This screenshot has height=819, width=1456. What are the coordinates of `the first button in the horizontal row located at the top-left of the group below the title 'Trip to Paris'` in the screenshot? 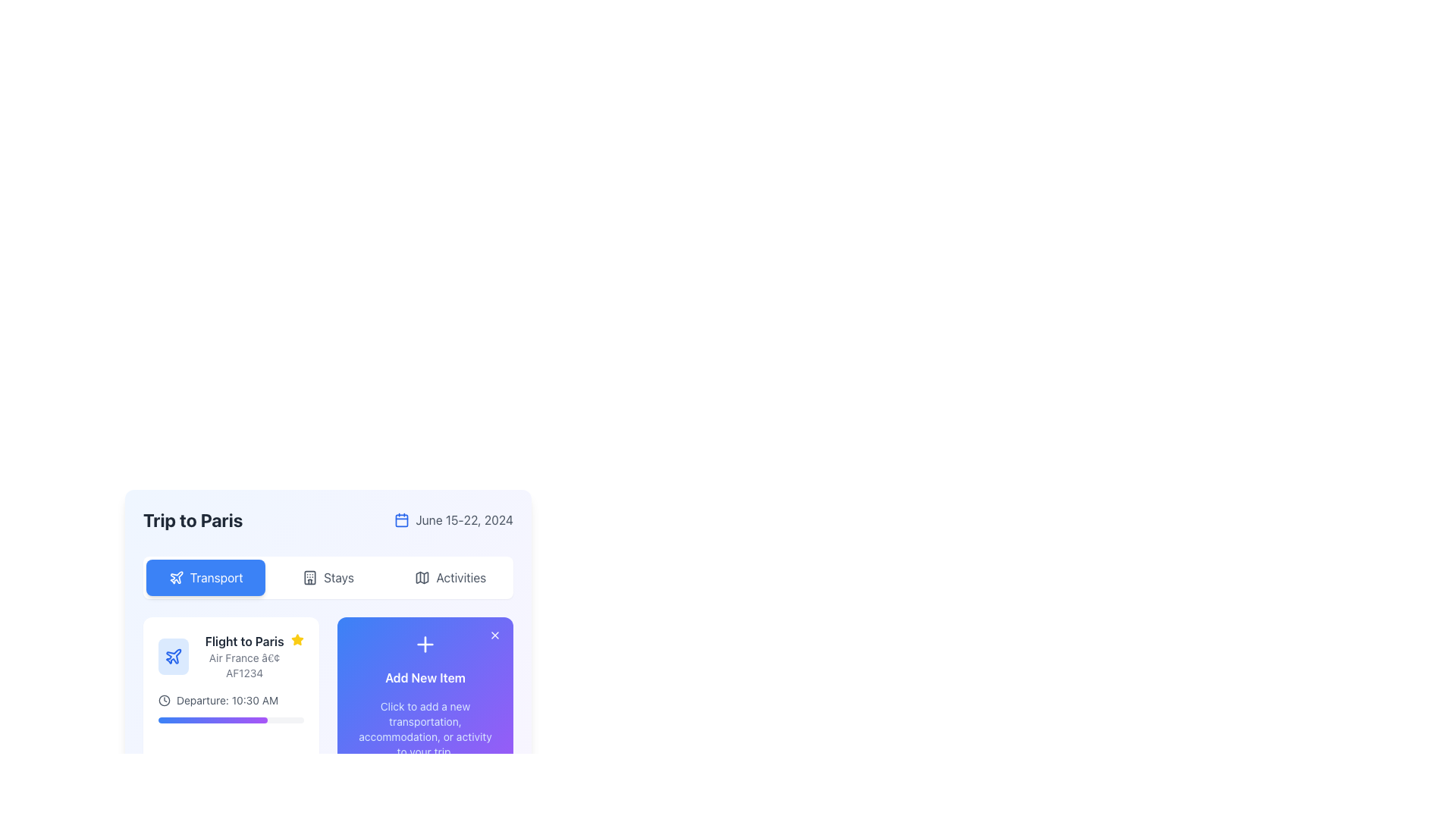 It's located at (205, 578).